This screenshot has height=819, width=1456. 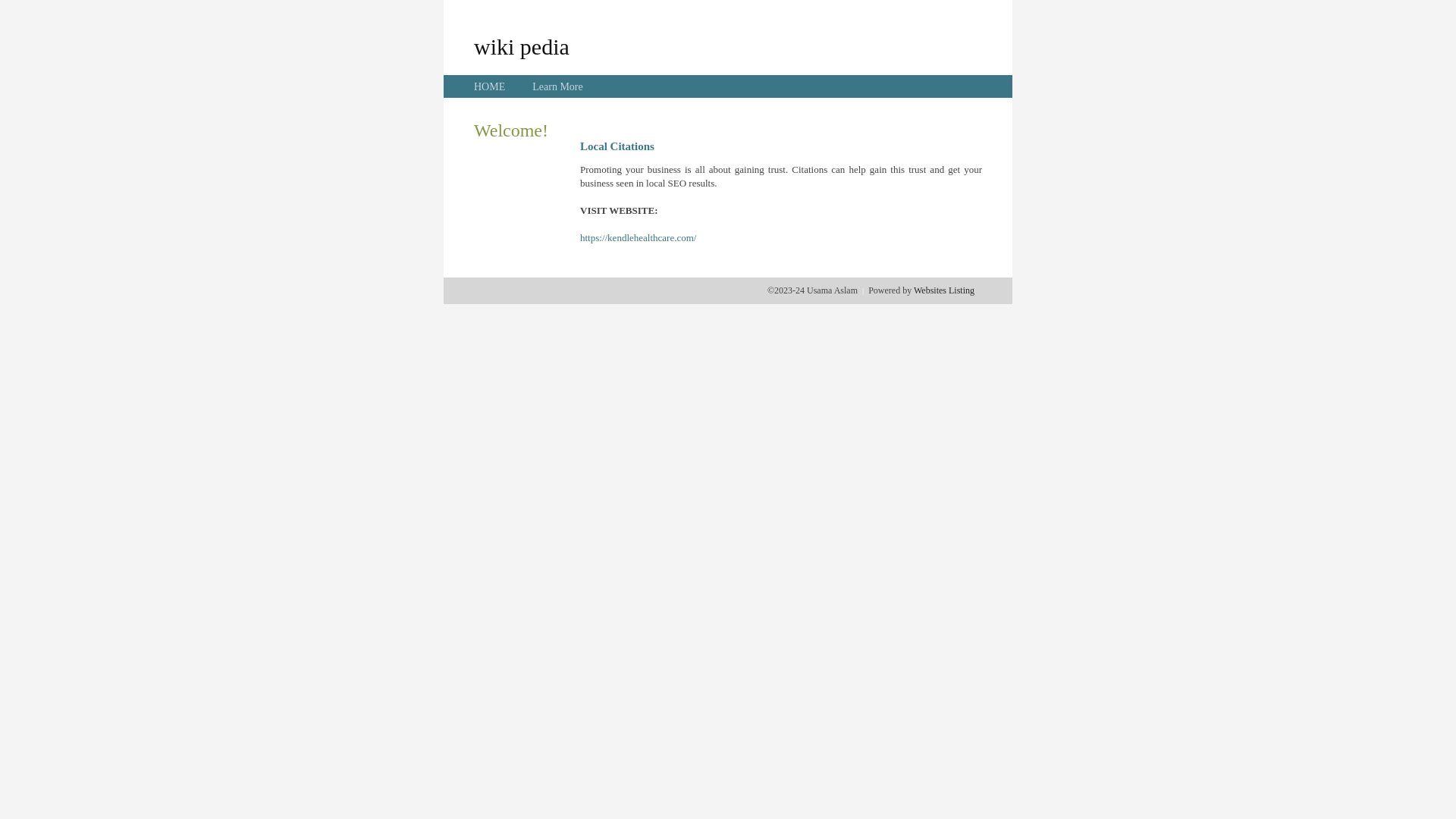 What do you see at coordinates (521, 45) in the screenshot?
I see `'wiki pedia'` at bounding box center [521, 45].